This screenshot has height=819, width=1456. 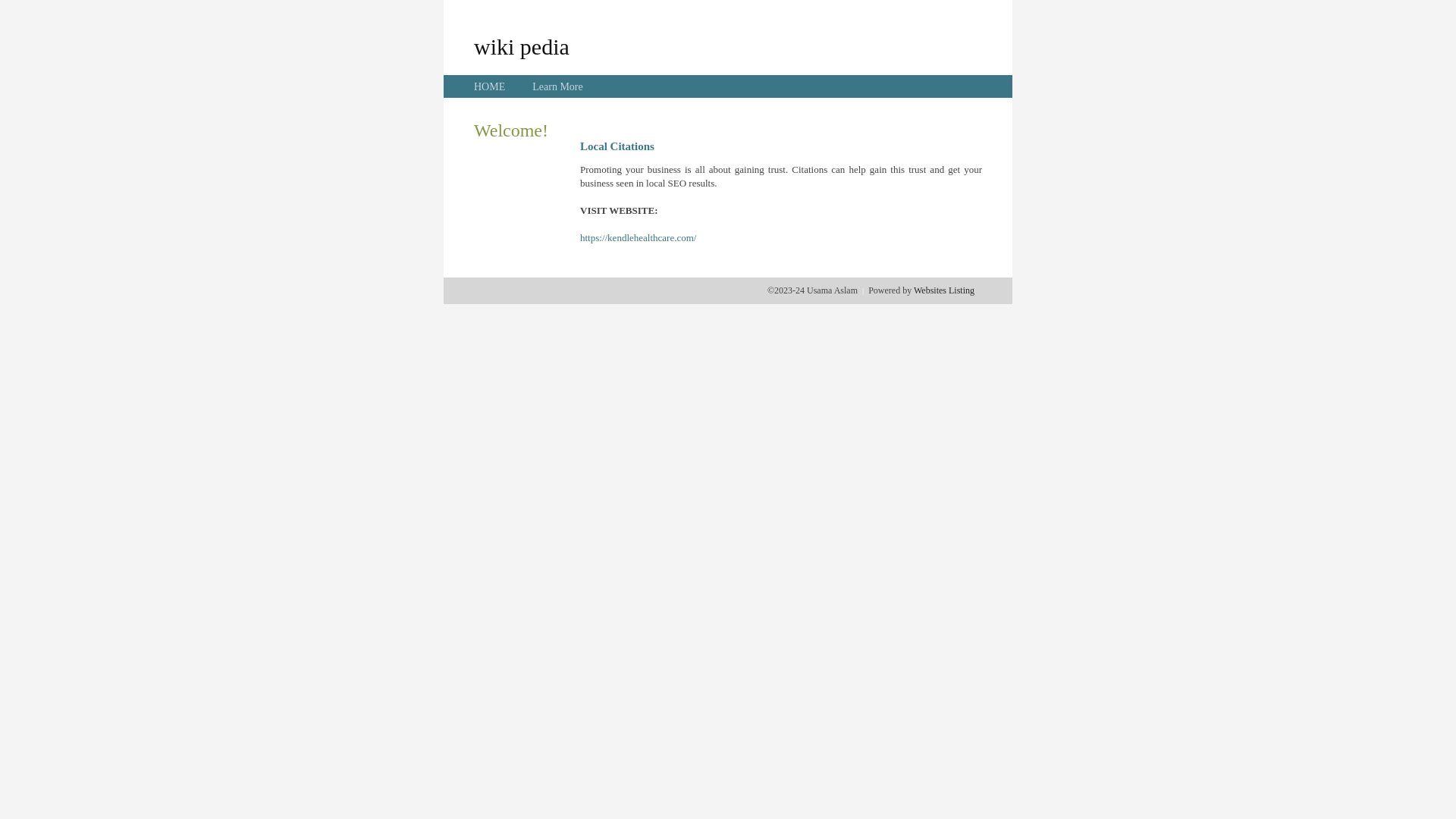 What do you see at coordinates (521, 45) in the screenshot?
I see `'wiki pedia'` at bounding box center [521, 45].